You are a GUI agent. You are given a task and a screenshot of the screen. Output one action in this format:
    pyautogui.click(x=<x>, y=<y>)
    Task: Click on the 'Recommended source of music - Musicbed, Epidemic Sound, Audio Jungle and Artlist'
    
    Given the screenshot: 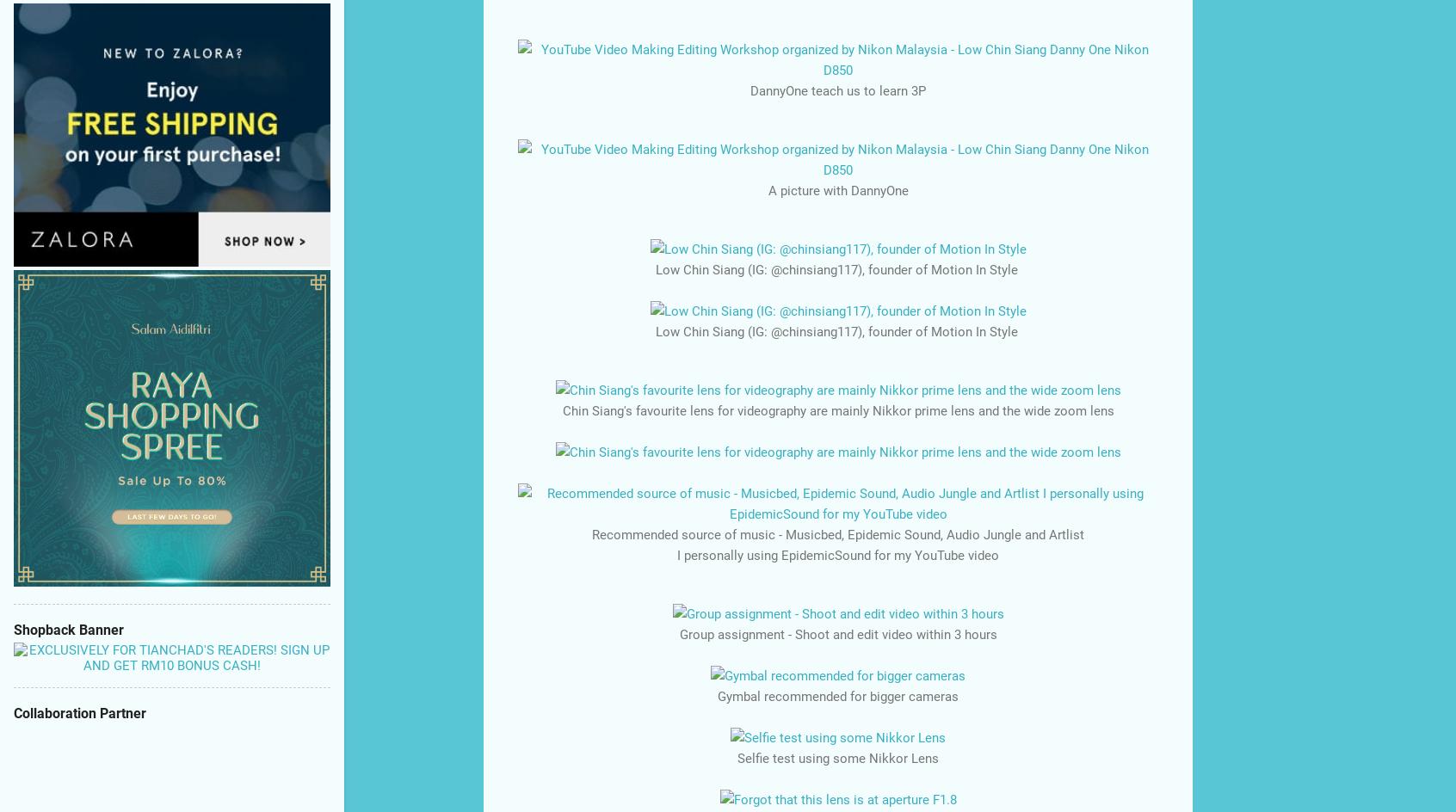 What is the action you would take?
    pyautogui.click(x=838, y=533)
    